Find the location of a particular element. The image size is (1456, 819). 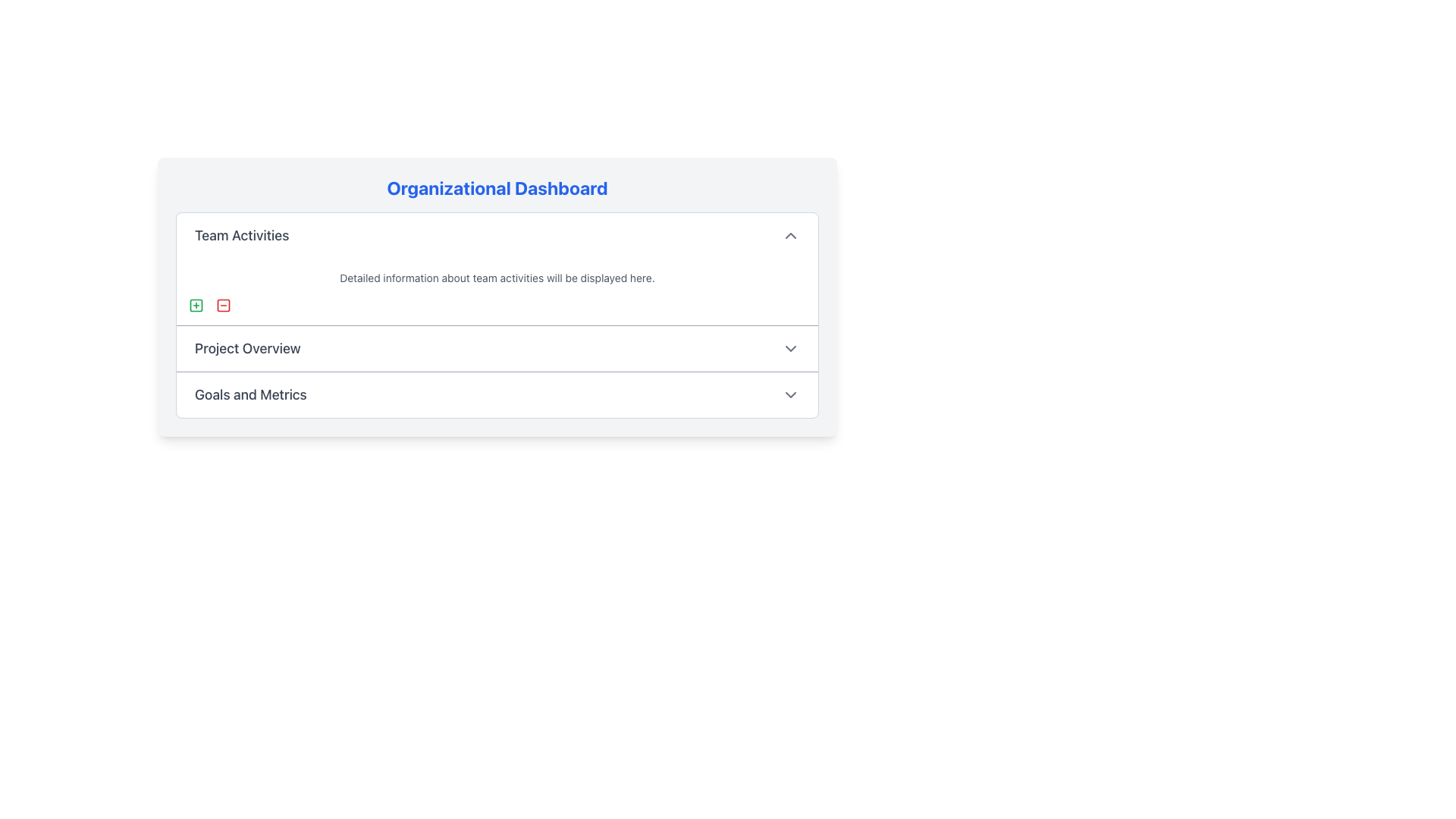

the 'minus' button located in the second position within the group of square icons under the 'Team Activities' section of the dashboard is located at coordinates (222, 305).